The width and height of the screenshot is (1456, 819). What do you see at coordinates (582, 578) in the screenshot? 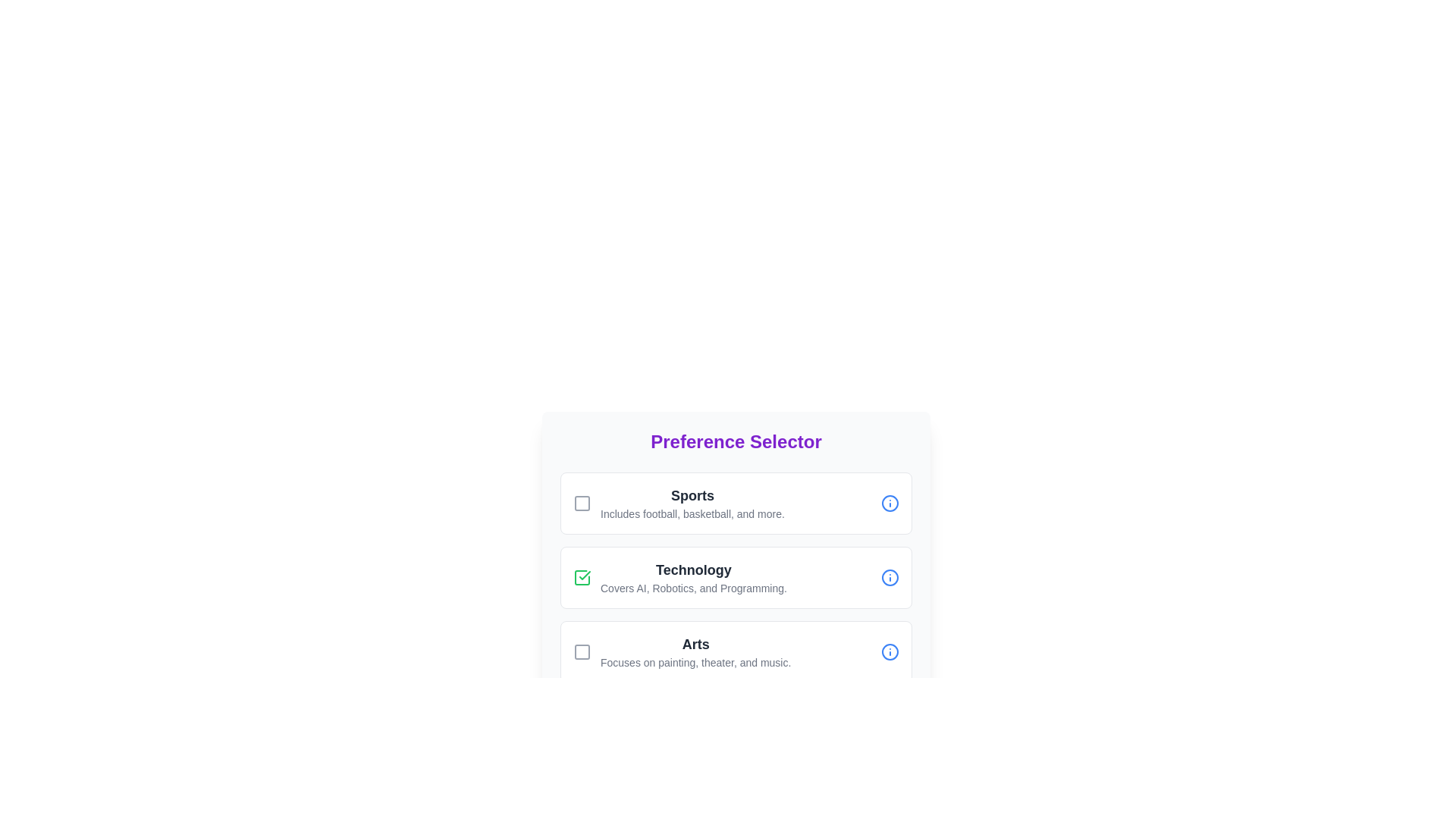
I see `the preference by clicking on the checkbox corresponding to Technology` at bounding box center [582, 578].